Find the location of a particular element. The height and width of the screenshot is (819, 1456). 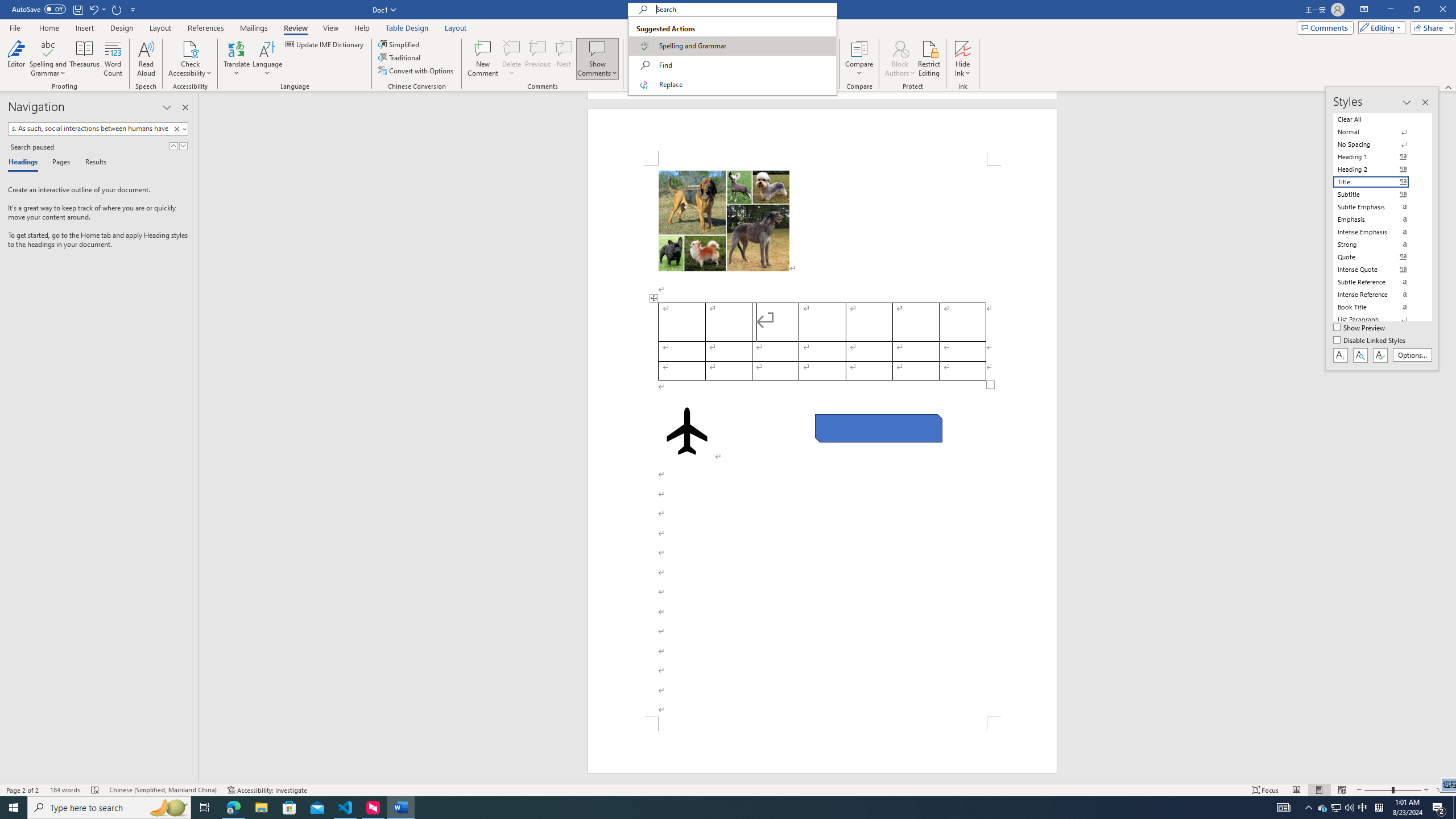

'Close' is located at coordinates (1442, 9).